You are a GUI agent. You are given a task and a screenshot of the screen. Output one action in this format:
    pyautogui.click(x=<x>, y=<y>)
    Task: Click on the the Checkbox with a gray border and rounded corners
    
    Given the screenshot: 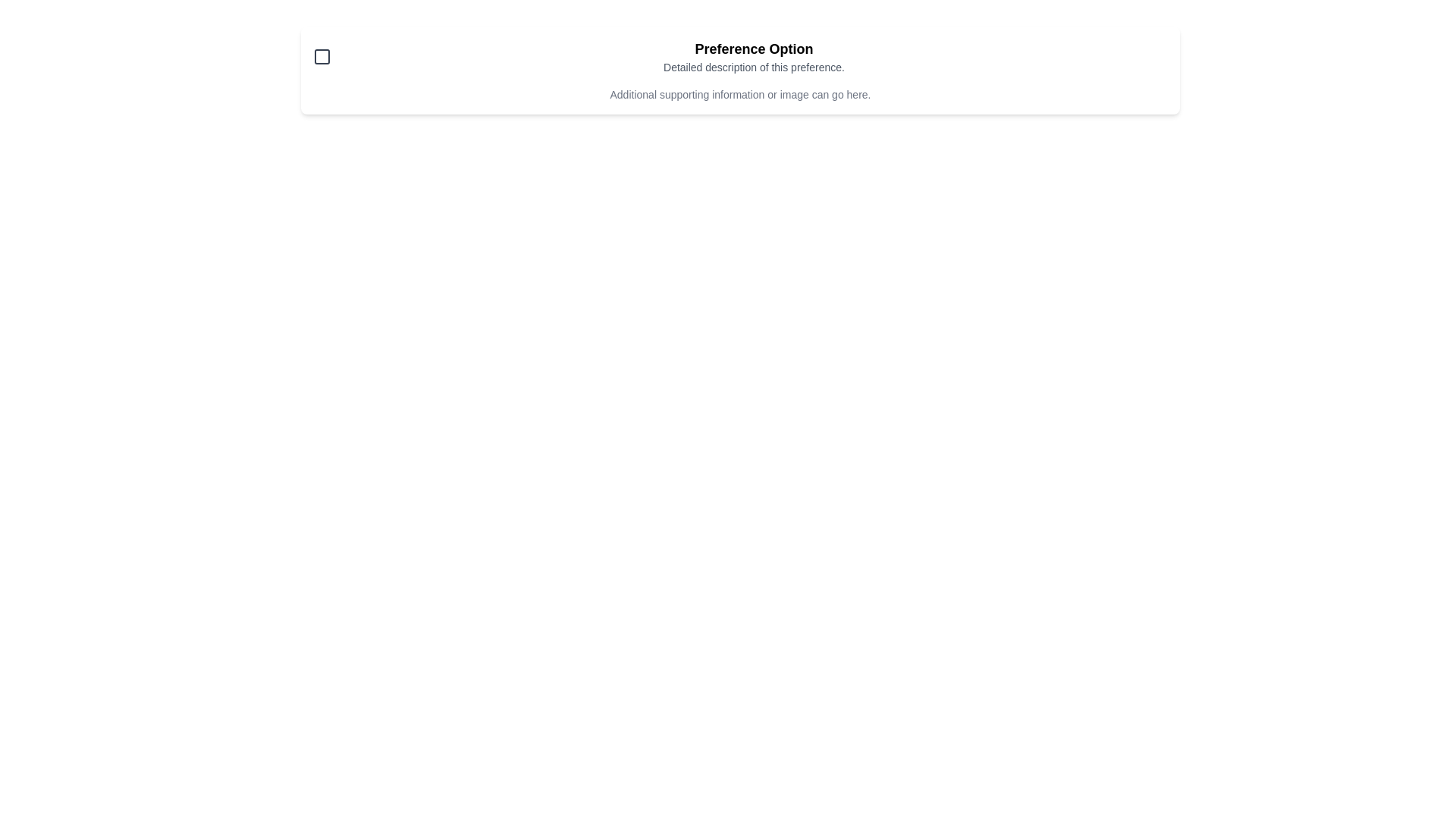 What is the action you would take?
    pyautogui.click(x=322, y=55)
    